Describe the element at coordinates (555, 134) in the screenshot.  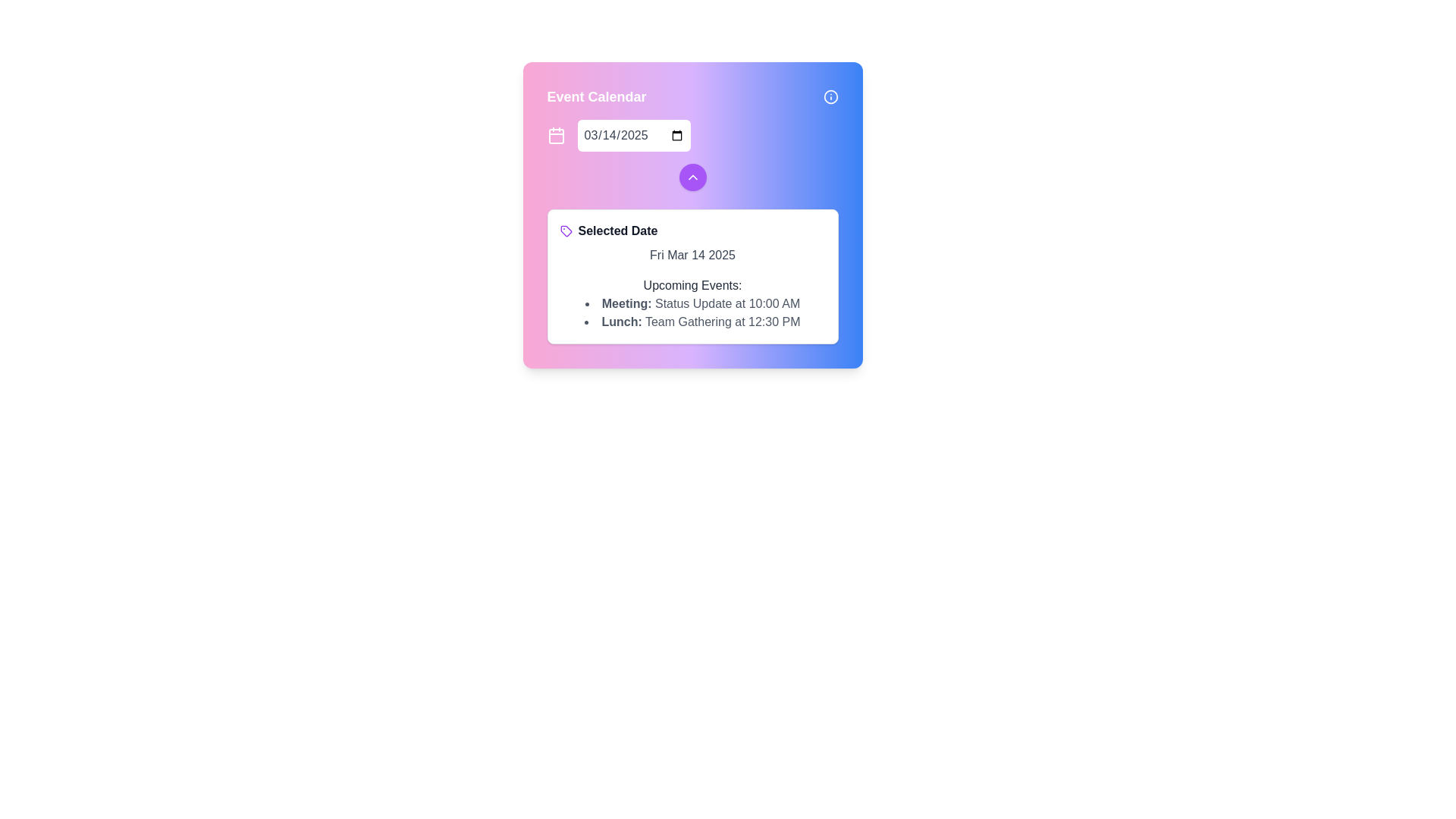
I see `the calendar icon, which is a small SVG with a white color, located` at that location.